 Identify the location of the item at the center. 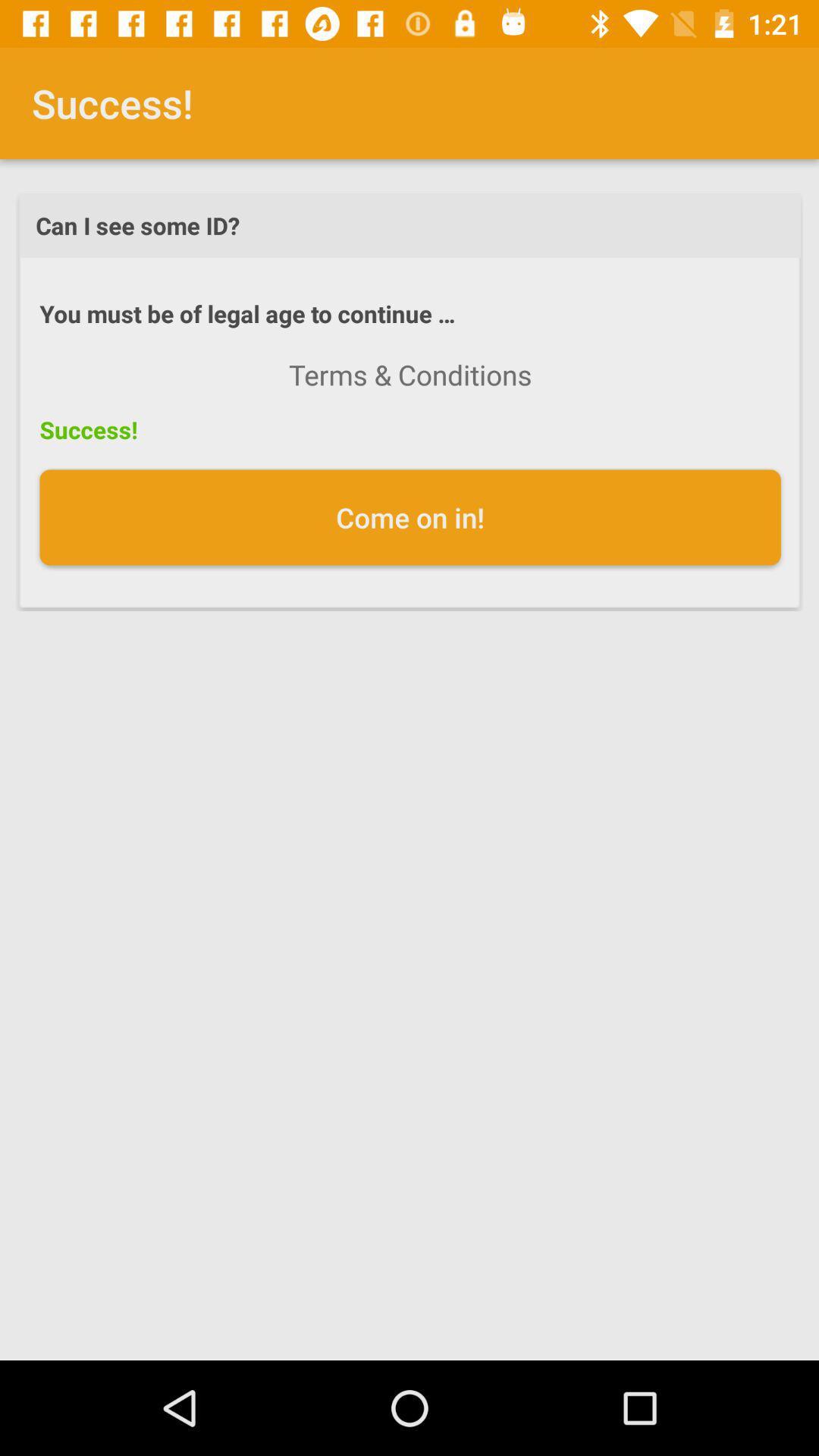
(410, 517).